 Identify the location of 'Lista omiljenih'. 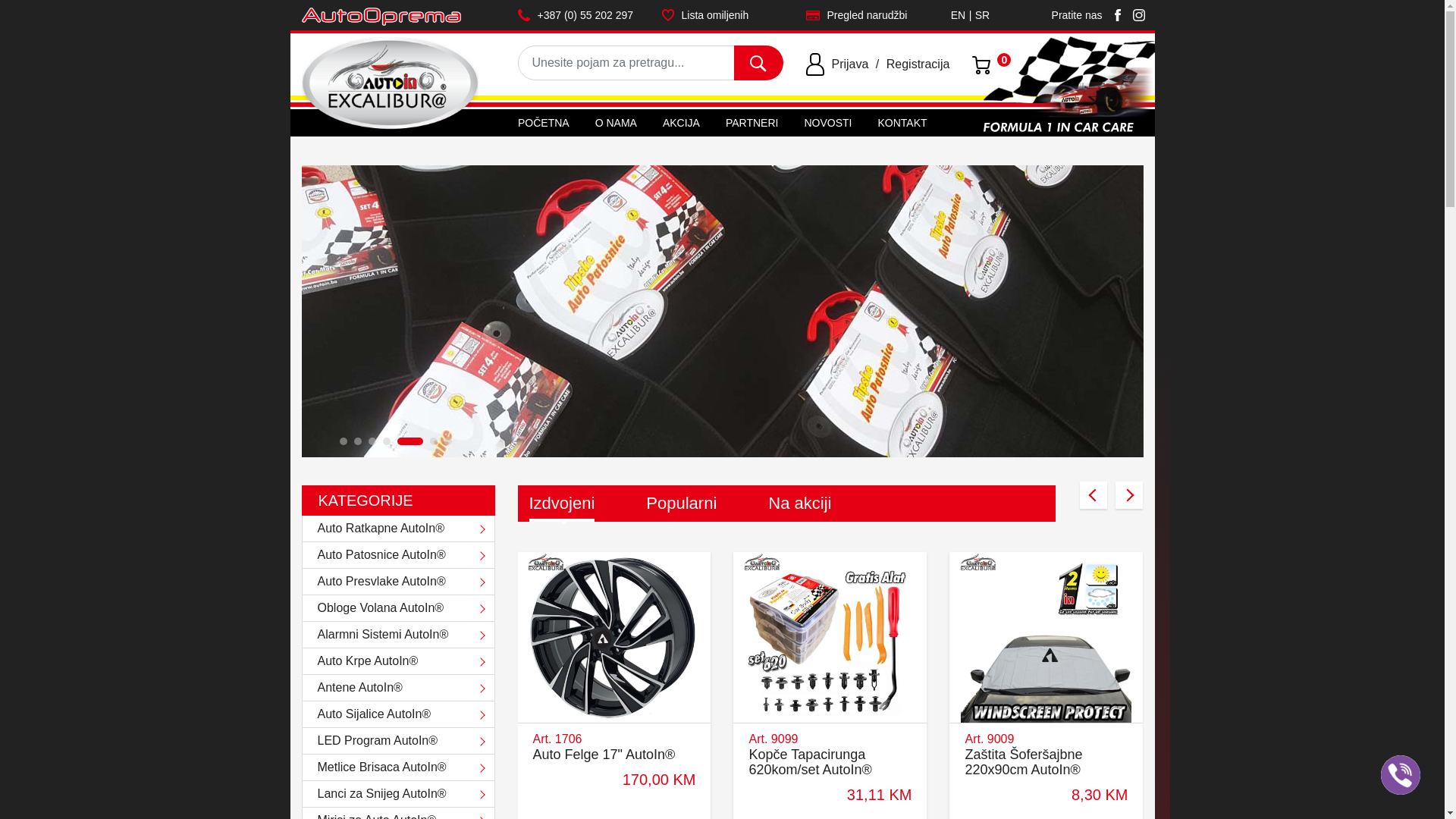
(720, 14).